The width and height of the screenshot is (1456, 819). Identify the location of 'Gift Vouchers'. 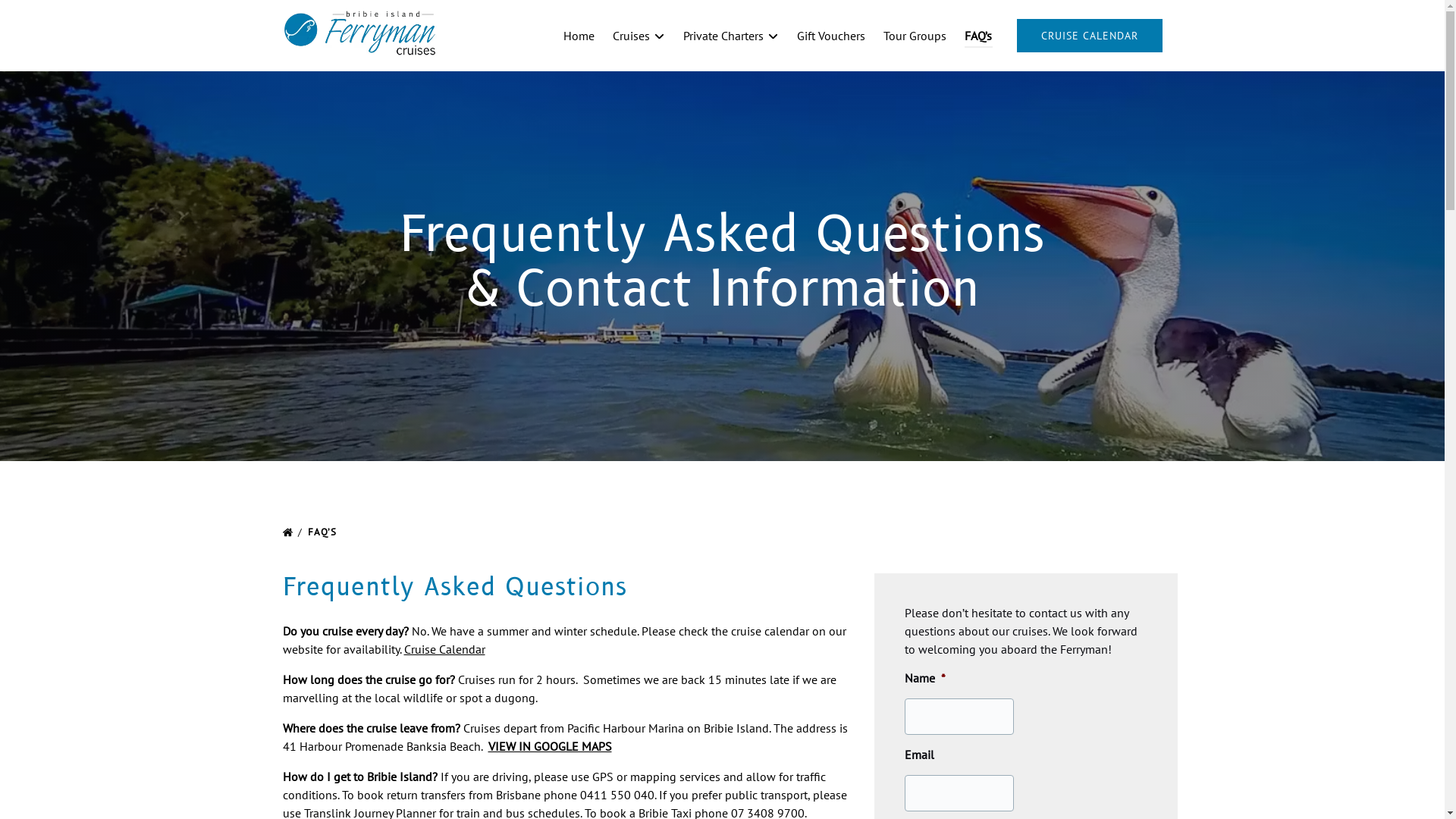
(830, 34).